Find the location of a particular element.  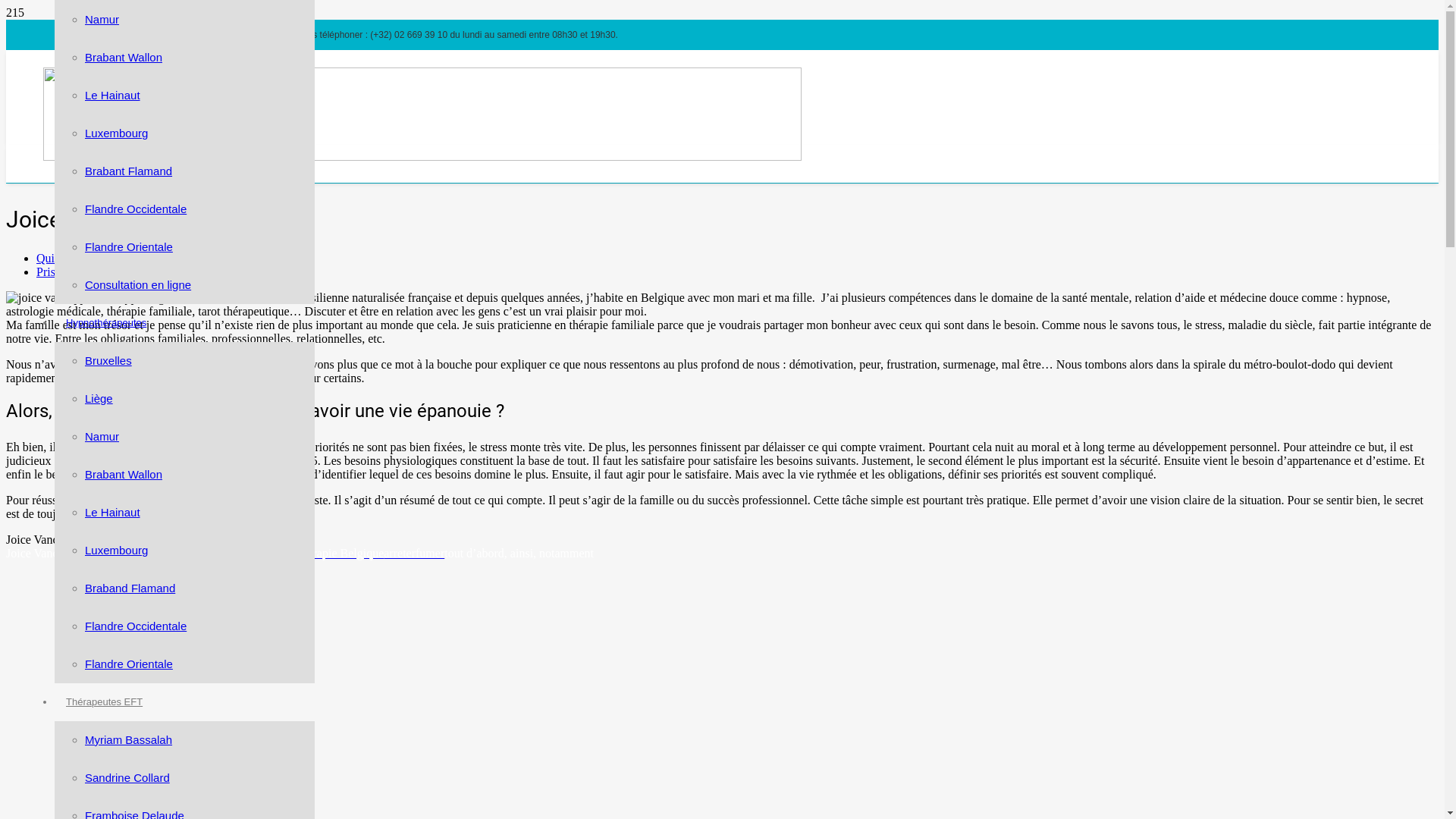

'Luxembourg' is located at coordinates (115, 132).